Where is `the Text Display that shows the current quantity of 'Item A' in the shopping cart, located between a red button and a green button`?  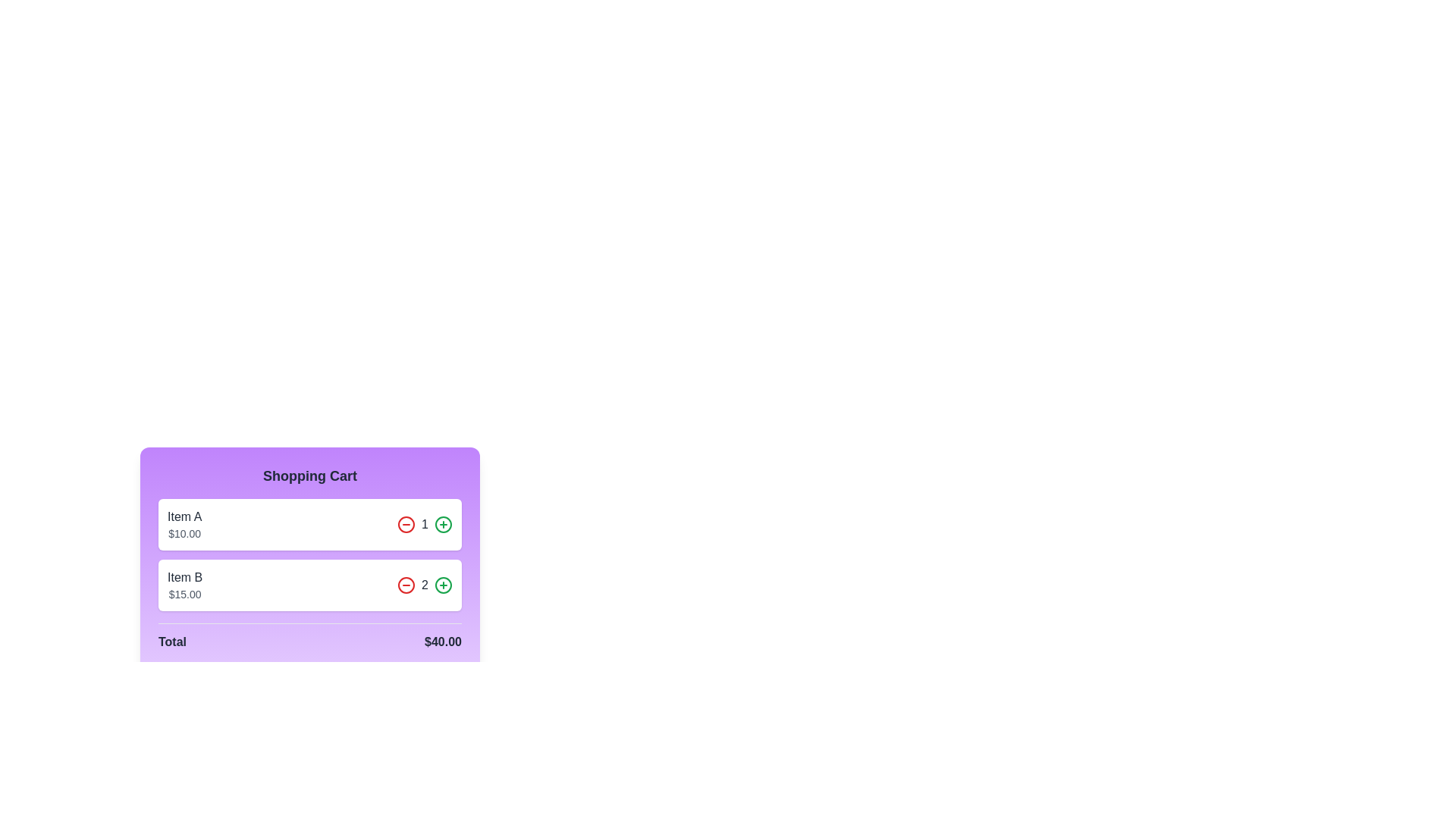 the Text Display that shows the current quantity of 'Item A' in the shopping cart, located between a red button and a green button is located at coordinates (425, 523).